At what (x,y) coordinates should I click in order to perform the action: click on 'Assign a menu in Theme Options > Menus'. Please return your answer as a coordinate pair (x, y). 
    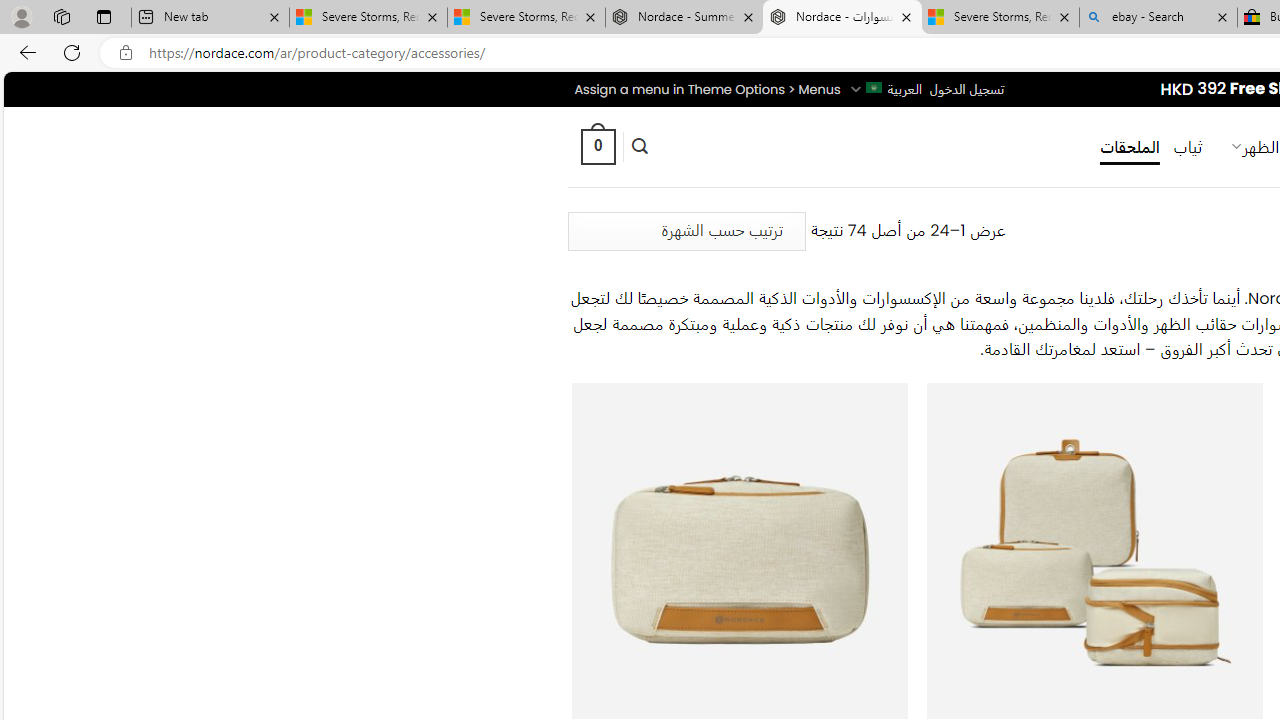
    Looking at the image, I should click on (707, 88).